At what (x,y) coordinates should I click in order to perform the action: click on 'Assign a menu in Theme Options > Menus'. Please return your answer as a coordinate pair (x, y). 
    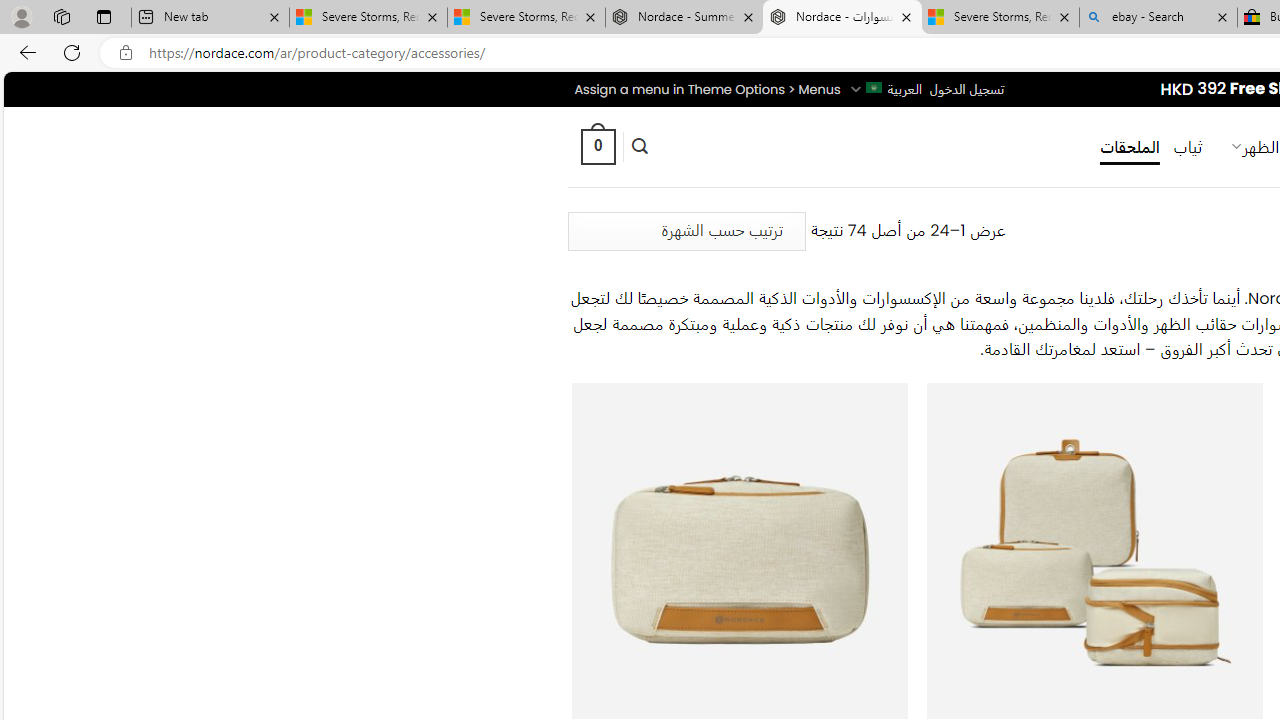
    Looking at the image, I should click on (707, 88).